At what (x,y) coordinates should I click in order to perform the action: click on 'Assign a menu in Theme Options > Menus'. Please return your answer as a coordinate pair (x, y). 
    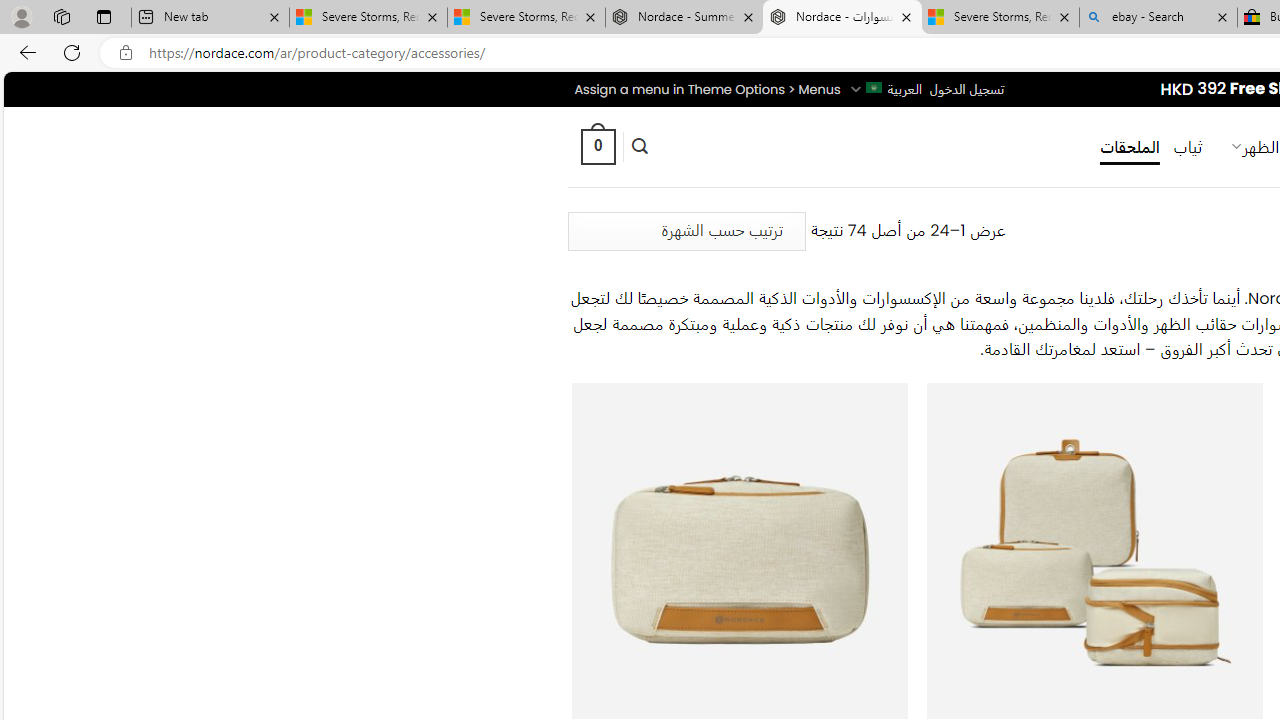
    Looking at the image, I should click on (707, 88).